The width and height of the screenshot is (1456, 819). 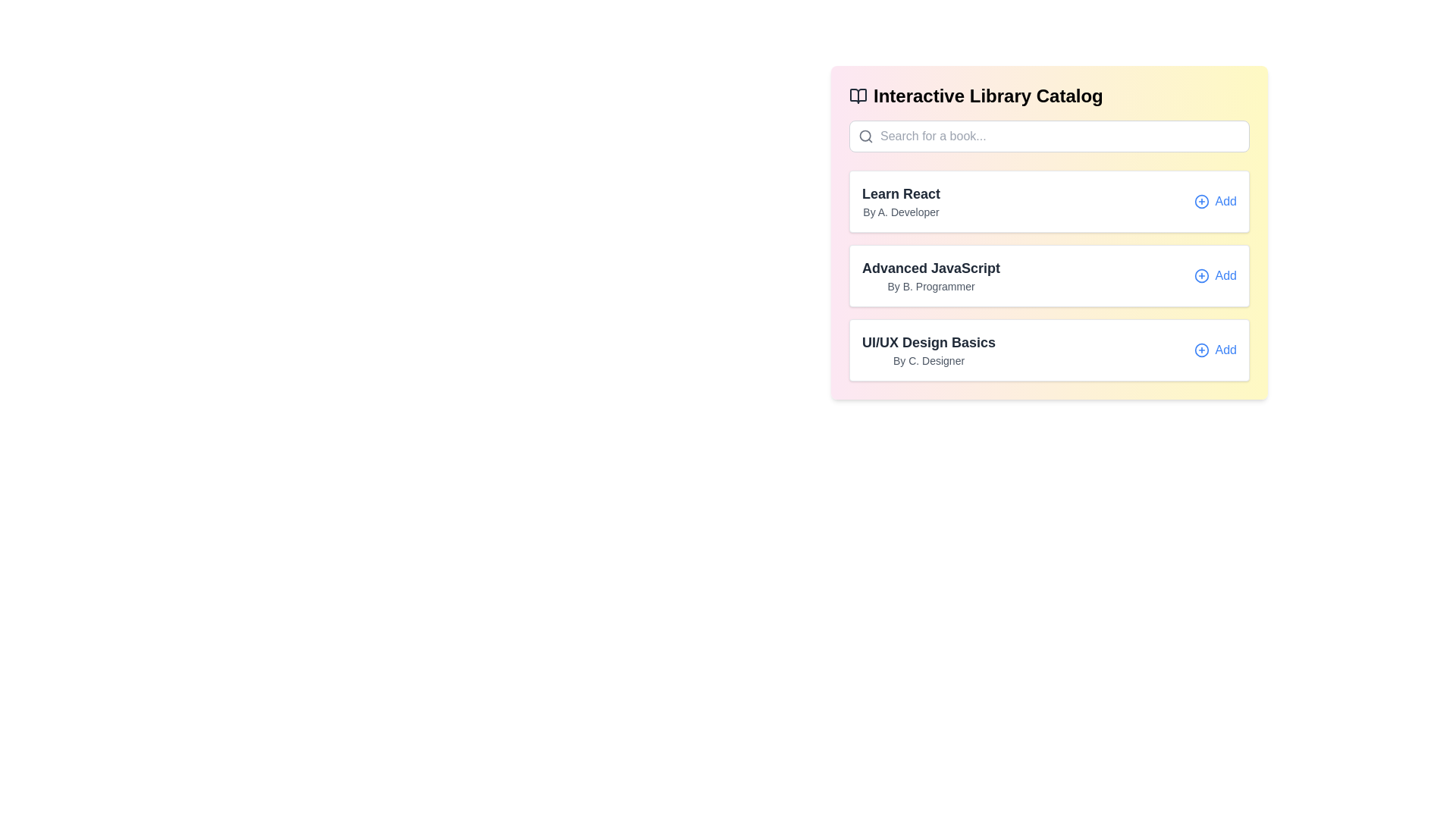 What do you see at coordinates (858, 96) in the screenshot?
I see `the left half of the book icon that is part of the 'Interactive Library Catalog' heading, located near the top-left corner of the application interface` at bounding box center [858, 96].